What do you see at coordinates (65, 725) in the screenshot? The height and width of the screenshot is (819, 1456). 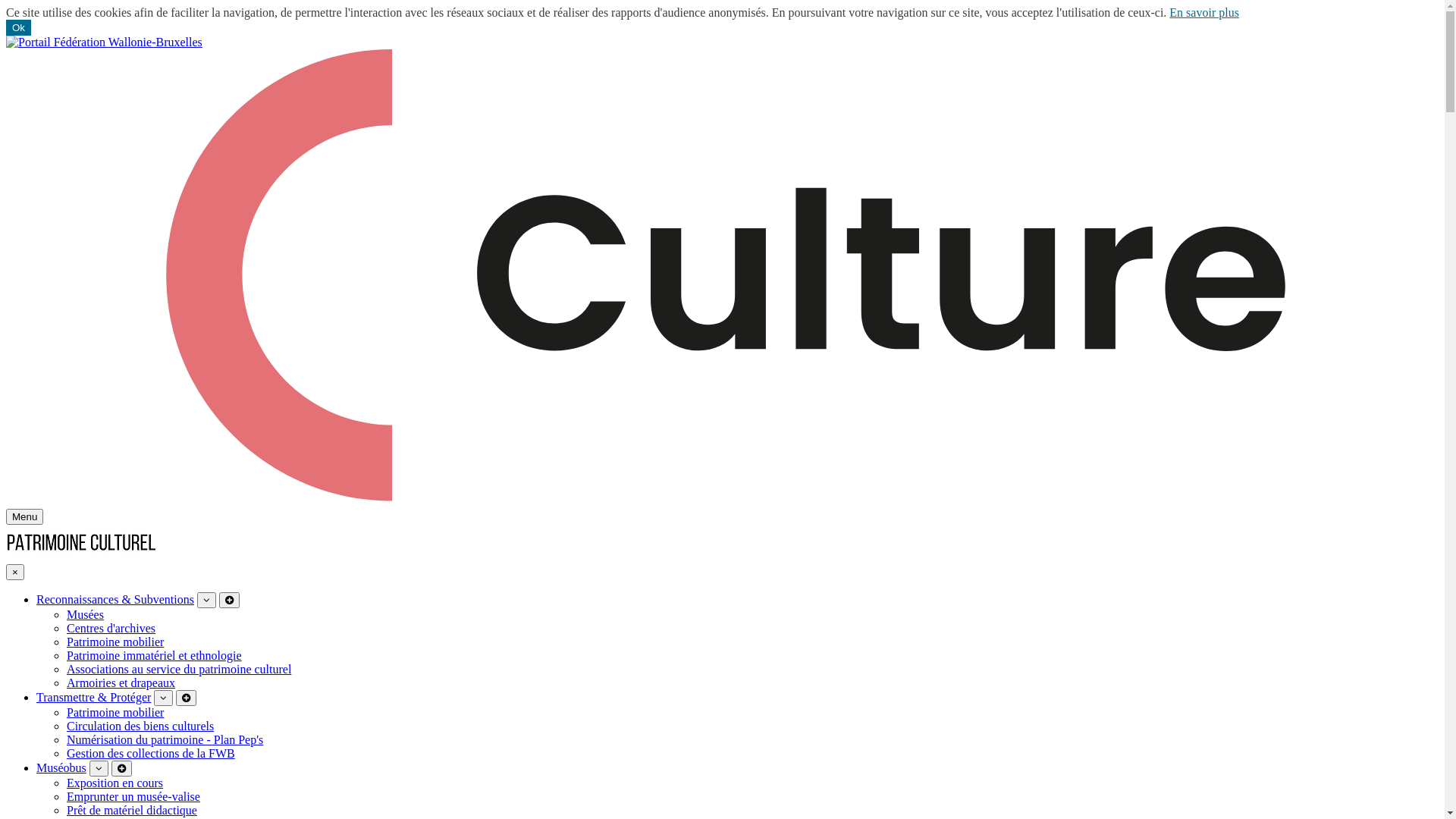 I see `'Circulation des biens culturels'` at bounding box center [65, 725].